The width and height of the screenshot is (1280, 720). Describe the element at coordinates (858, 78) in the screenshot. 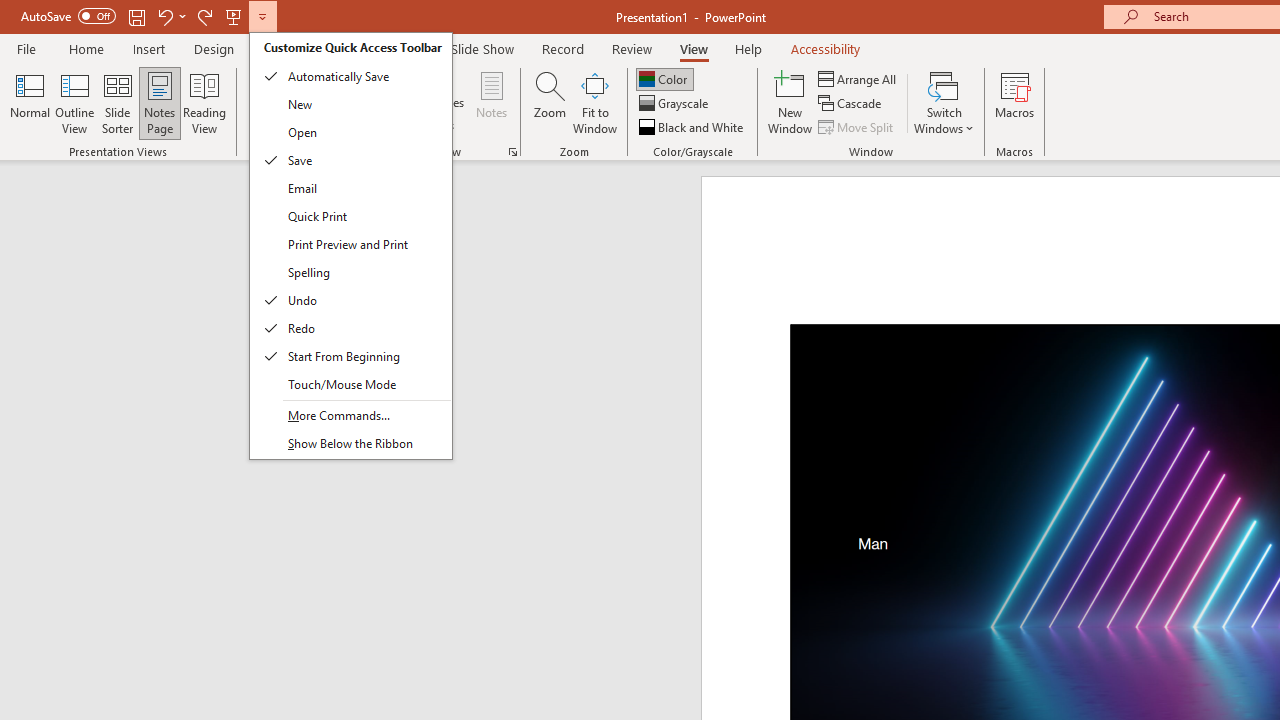

I see `'Arrange All'` at that location.